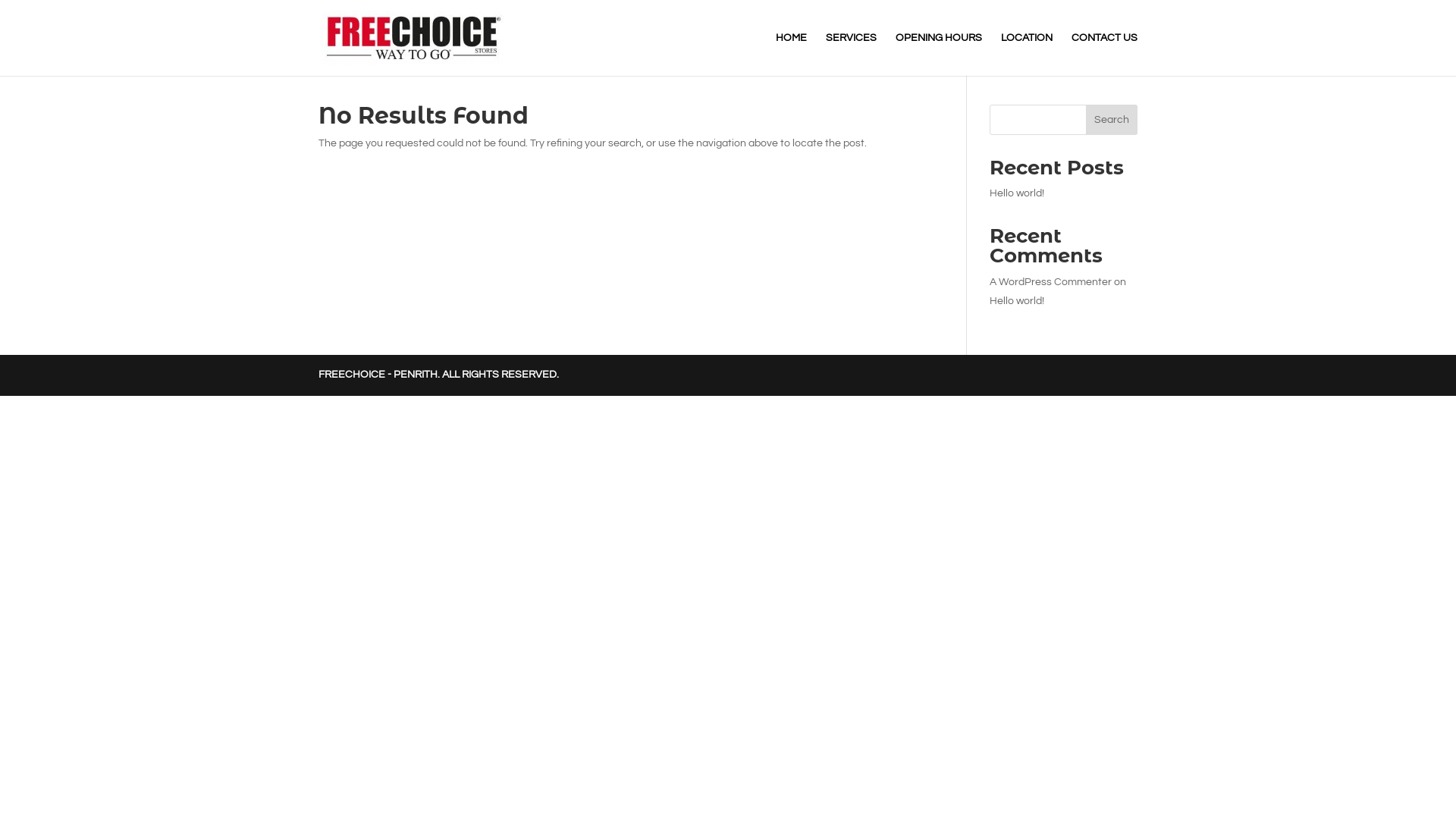 This screenshot has height=819, width=1456. What do you see at coordinates (790, 53) in the screenshot?
I see `'HOME'` at bounding box center [790, 53].